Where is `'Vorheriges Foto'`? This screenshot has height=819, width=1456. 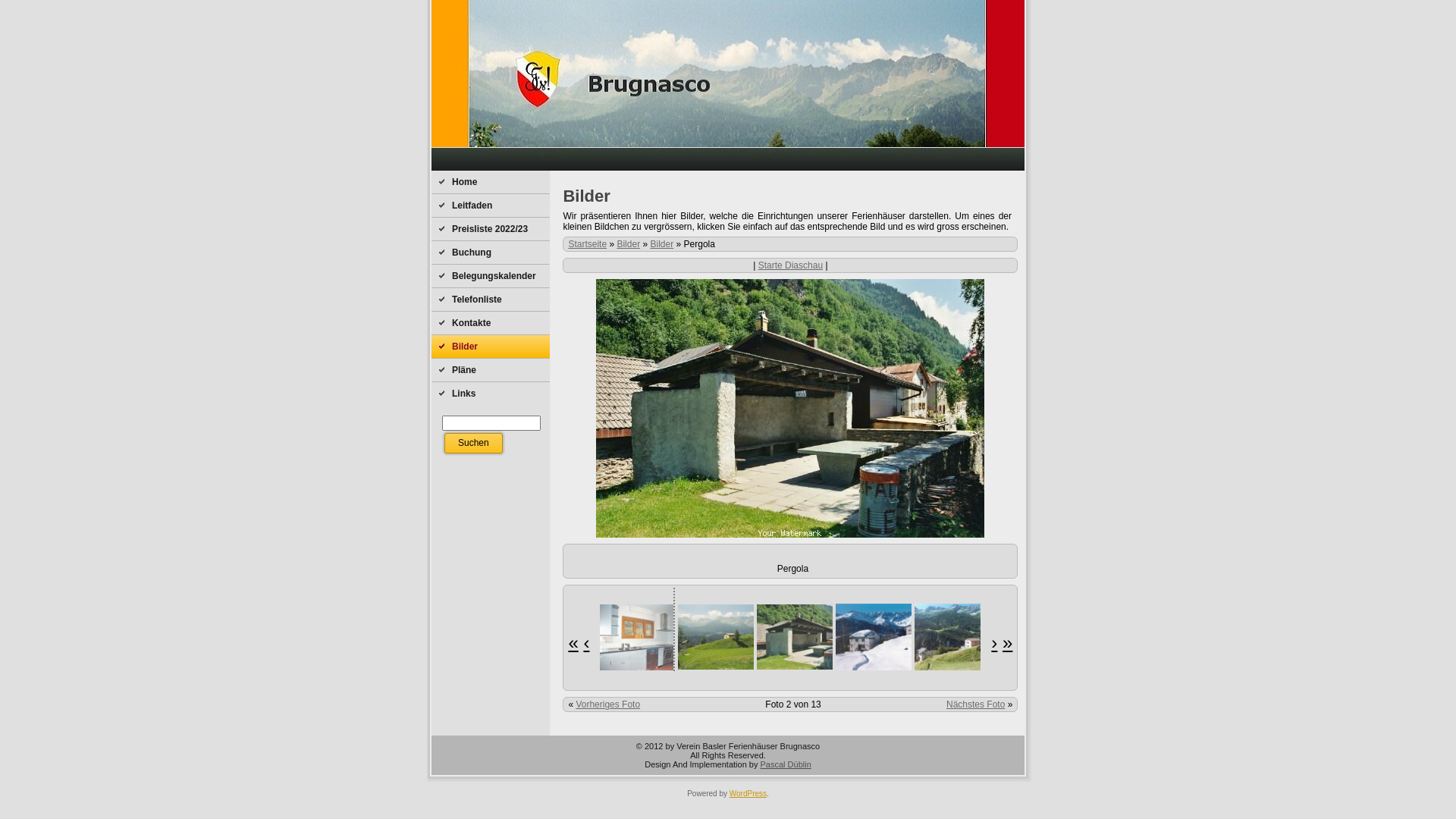 'Vorheriges Foto' is located at coordinates (607, 704).